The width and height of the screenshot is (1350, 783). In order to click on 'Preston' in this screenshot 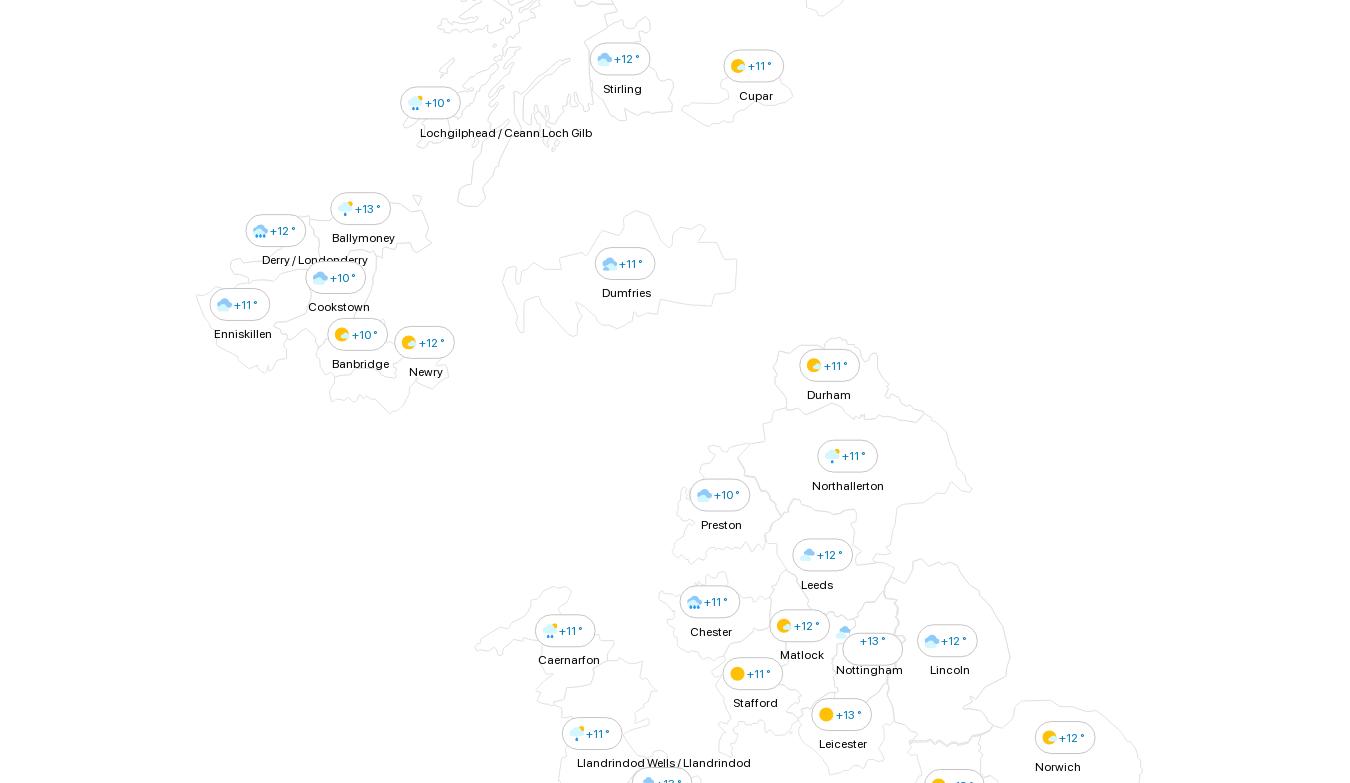, I will do `click(720, 522)`.